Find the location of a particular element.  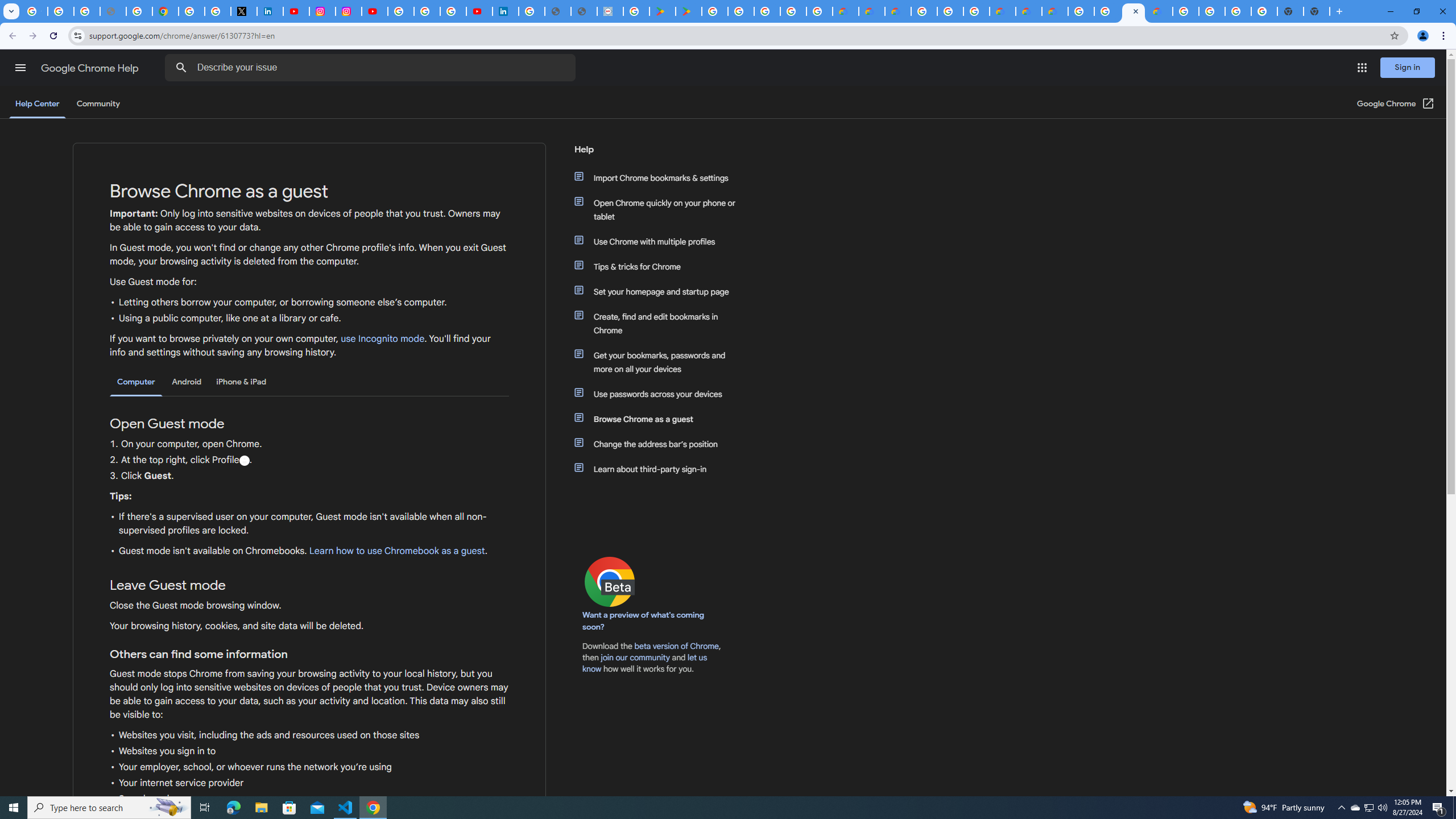

'Sign in - Google Accounts' is located at coordinates (191, 11).